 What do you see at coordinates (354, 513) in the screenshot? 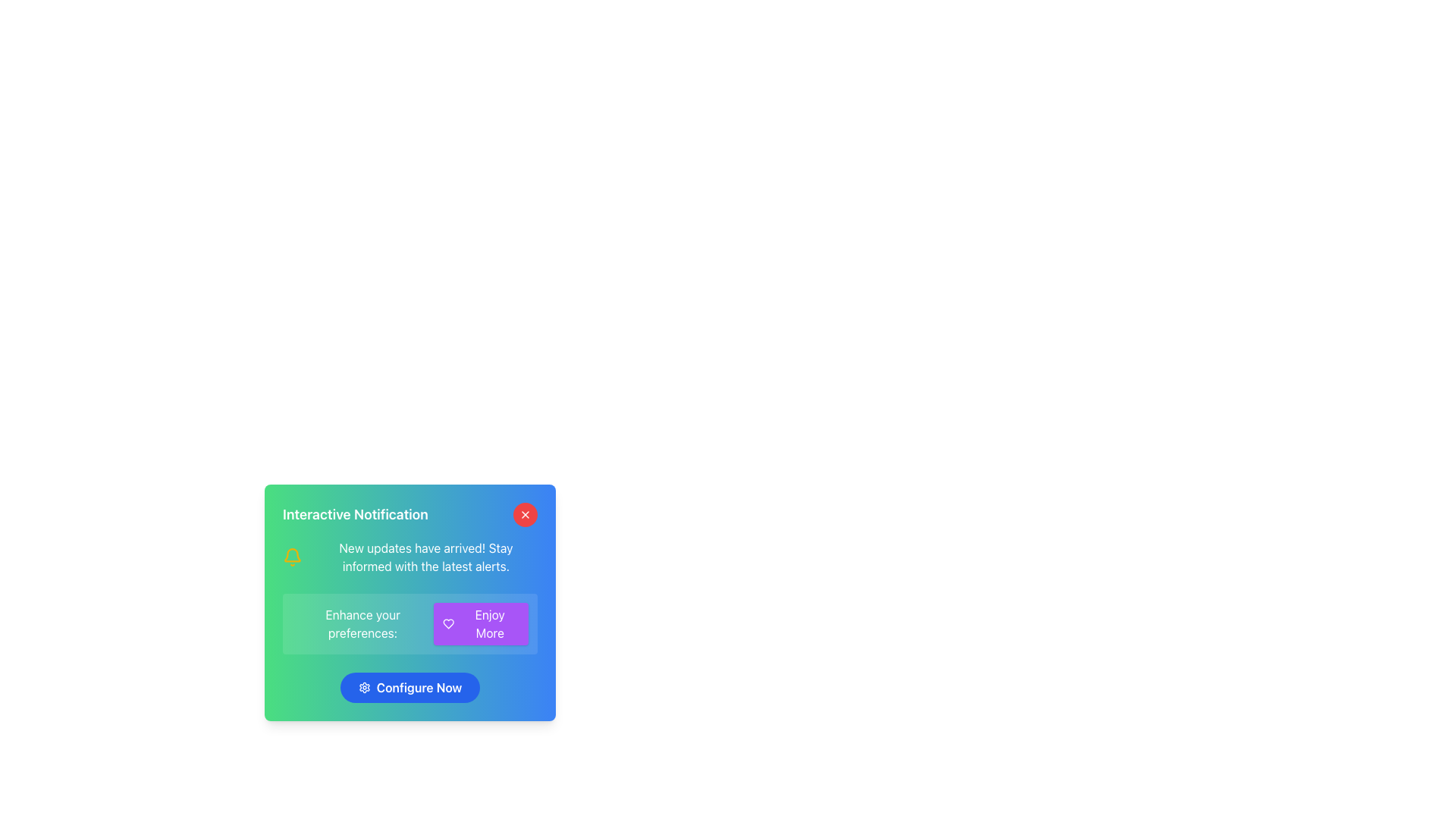
I see `the text label displaying 'Interactive Notification' in bold, large-sized font, positioned at the top-left section of the notification card` at bounding box center [354, 513].